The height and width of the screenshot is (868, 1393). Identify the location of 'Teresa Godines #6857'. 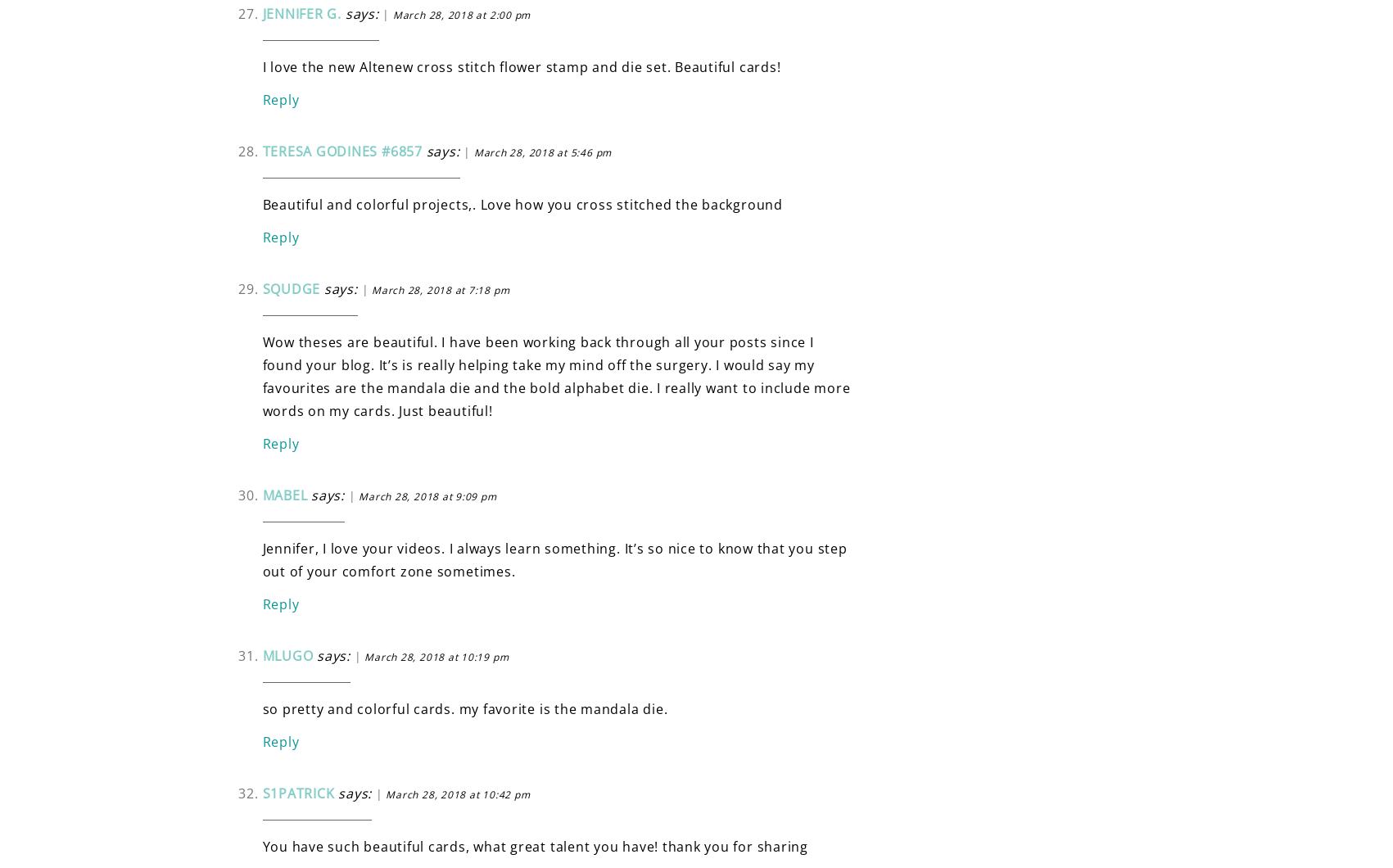
(341, 150).